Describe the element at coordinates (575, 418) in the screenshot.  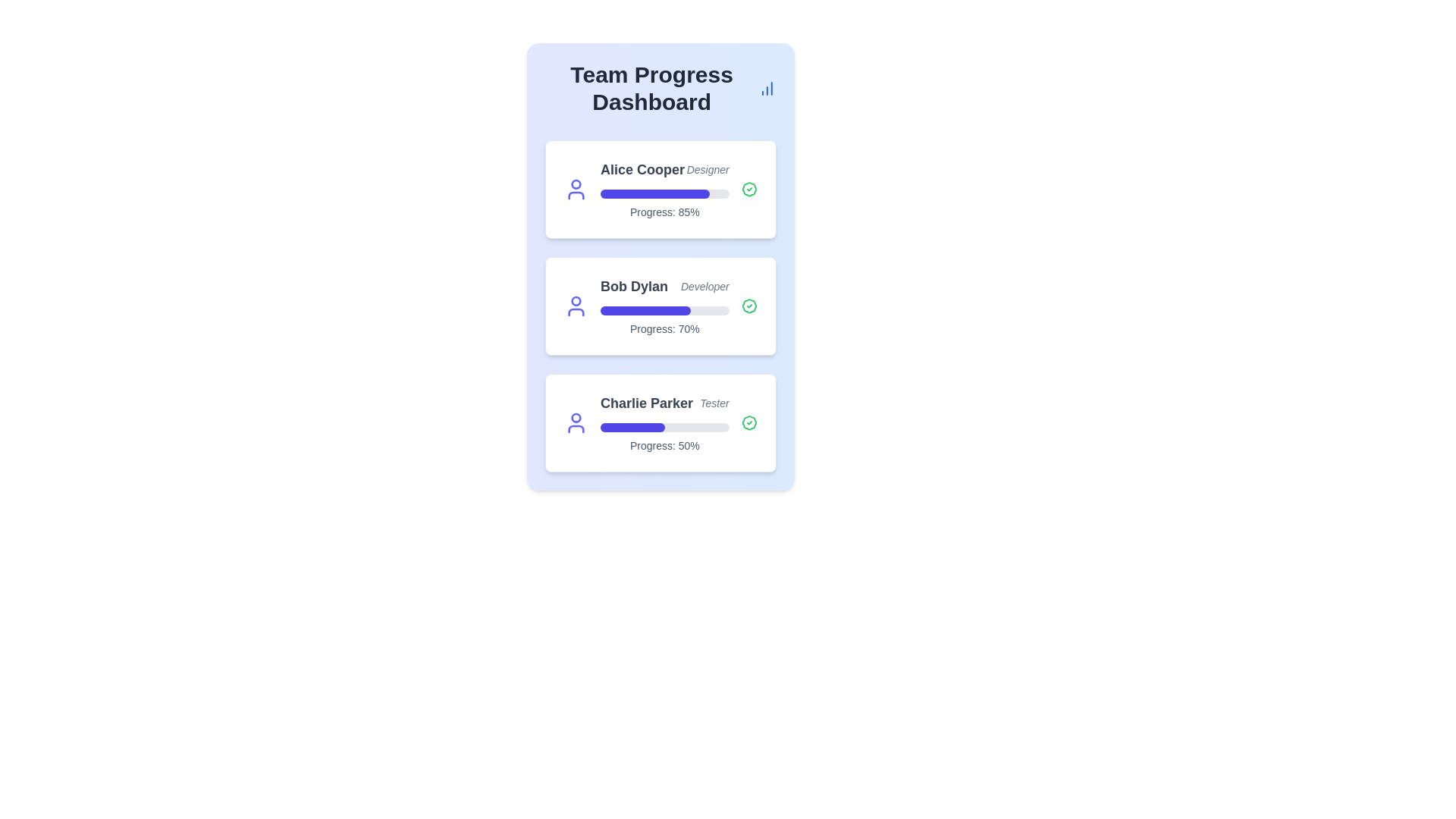
I see `the circular graphics element representing the head section of the user icon for 'Charlie Parker' in the user card` at that location.